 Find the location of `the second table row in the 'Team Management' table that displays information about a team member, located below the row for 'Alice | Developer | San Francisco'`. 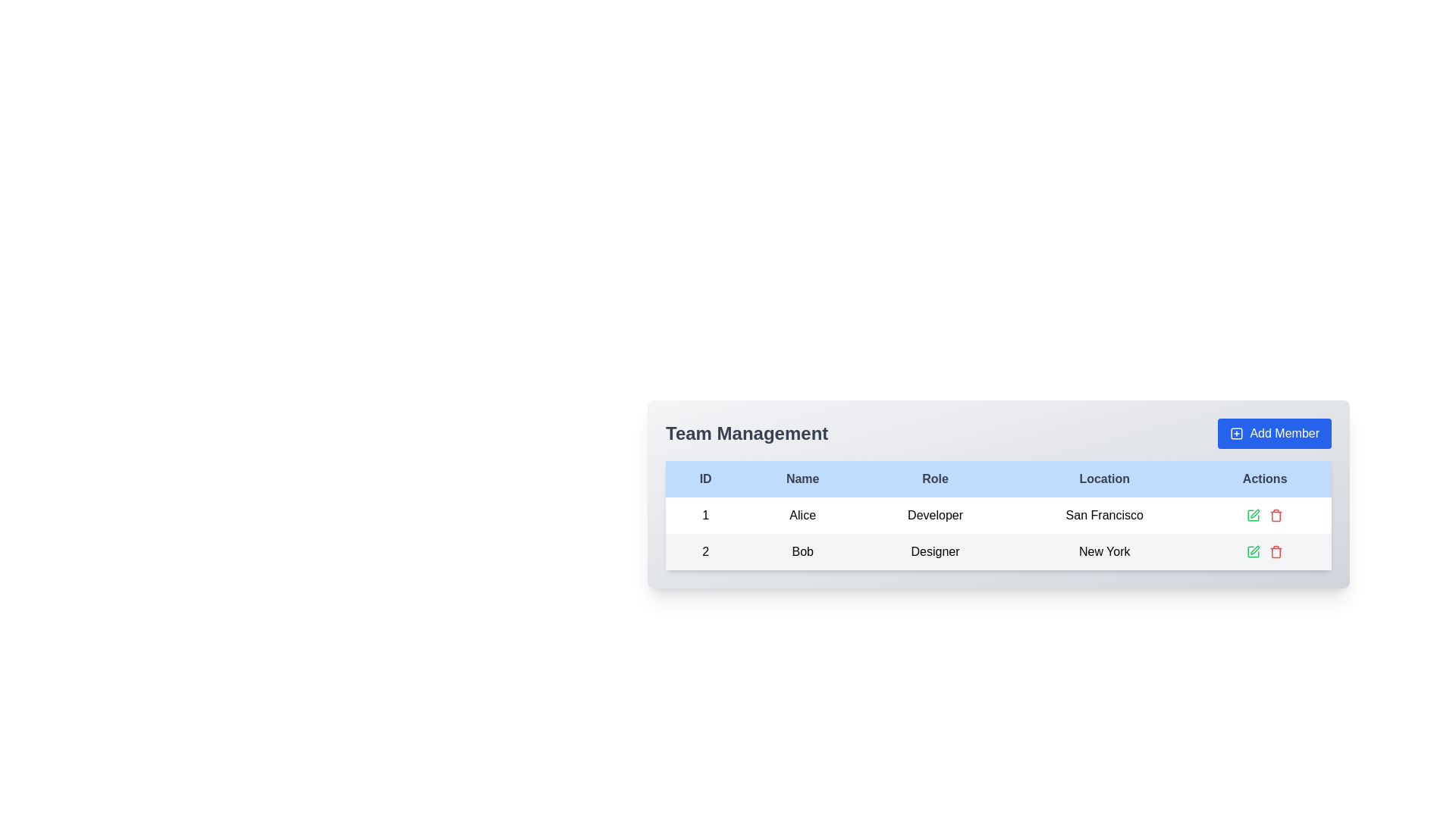

the second table row in the 'Team Management' table that displays information about a team member, located below the row for 'Alice | Developer | San Francisco' is located at coordinates (998, 552).